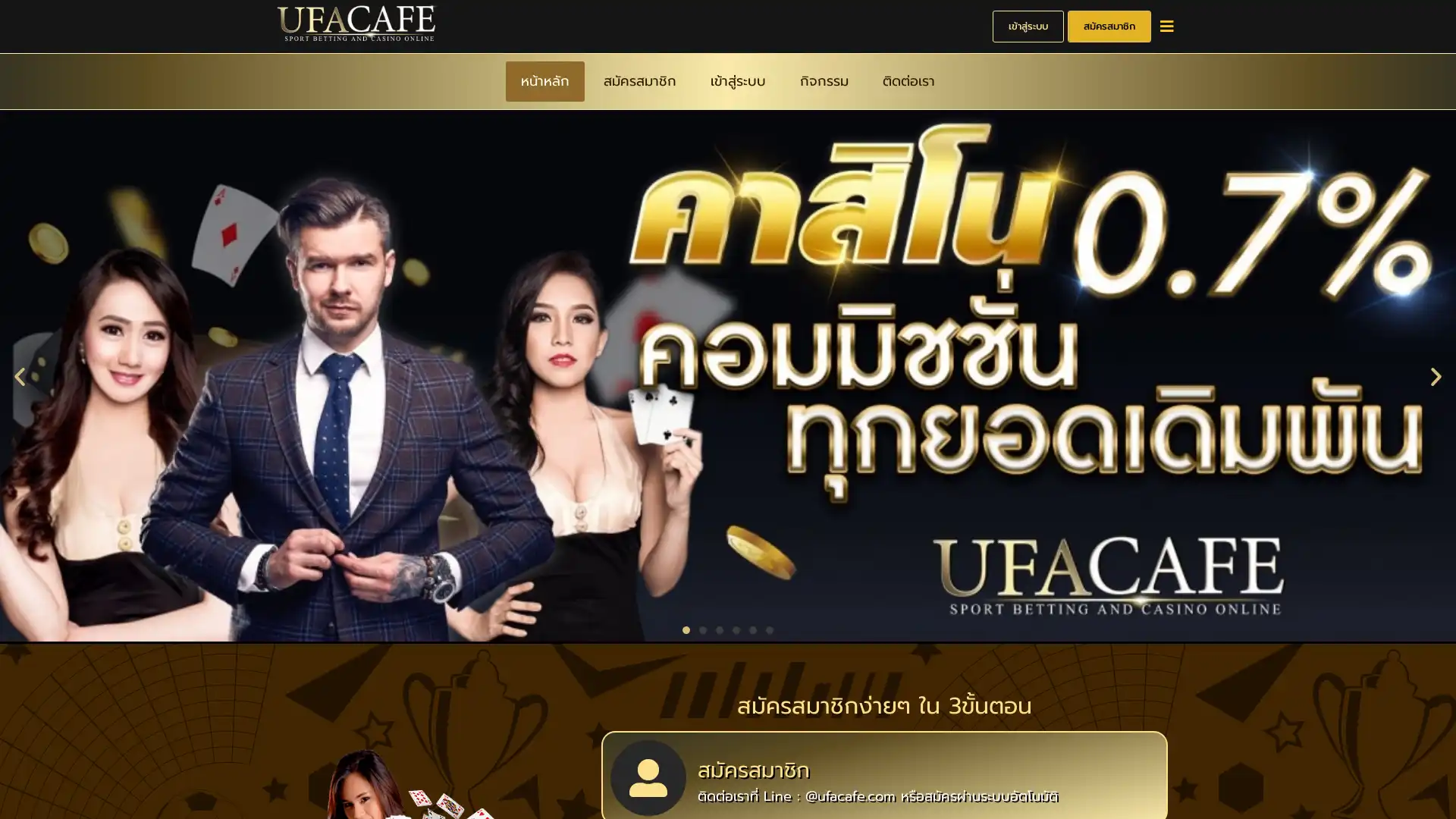 The width and height of the screenshot is (1456, 819). What do you see at coordinates (753, 628) in the screenshot?
I see `Go to slide 5` at bounding box center [753, 628].